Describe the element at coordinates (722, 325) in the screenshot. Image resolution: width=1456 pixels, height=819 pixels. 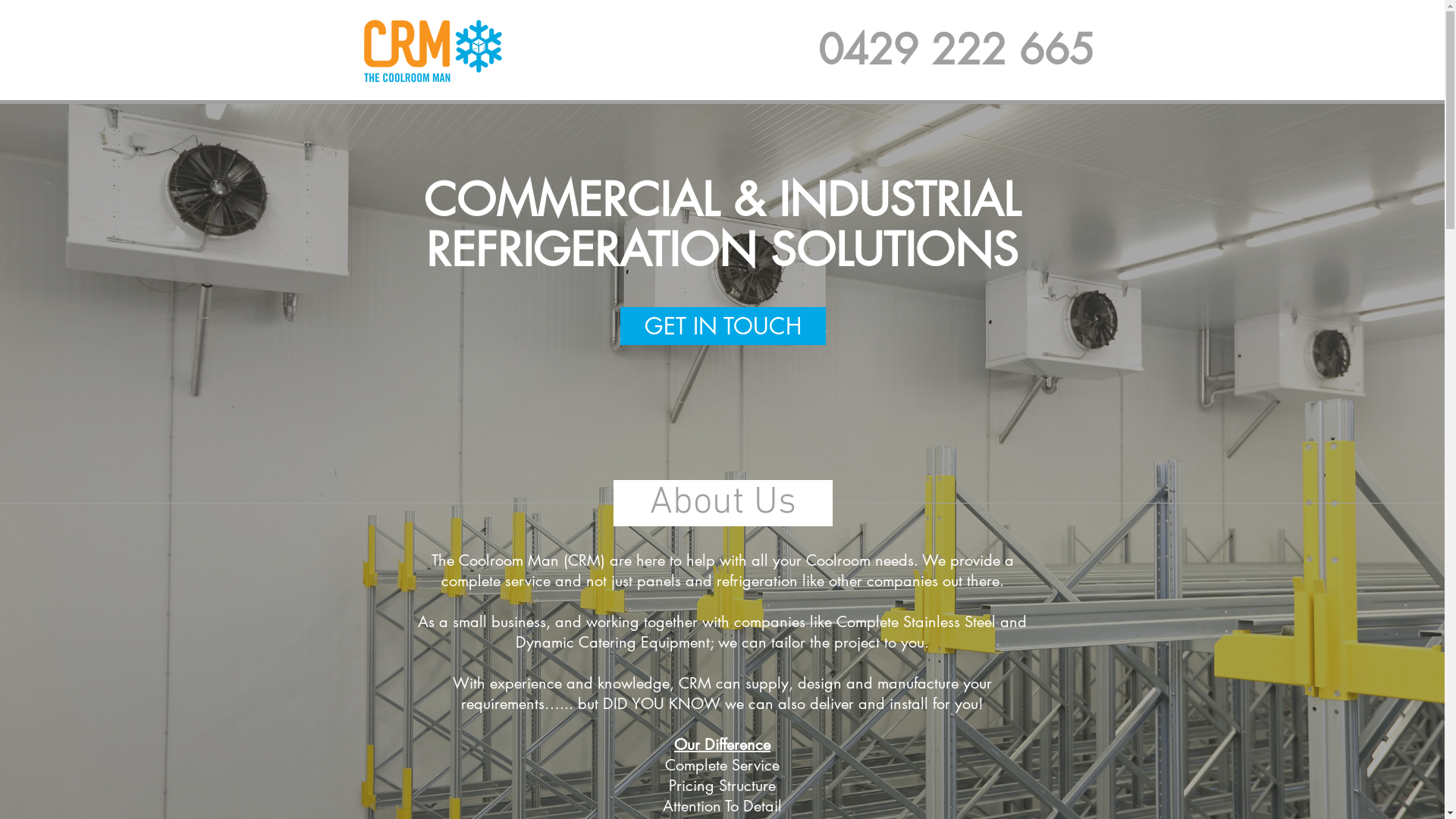
I see `'GET IN TOUCH'` at that location.